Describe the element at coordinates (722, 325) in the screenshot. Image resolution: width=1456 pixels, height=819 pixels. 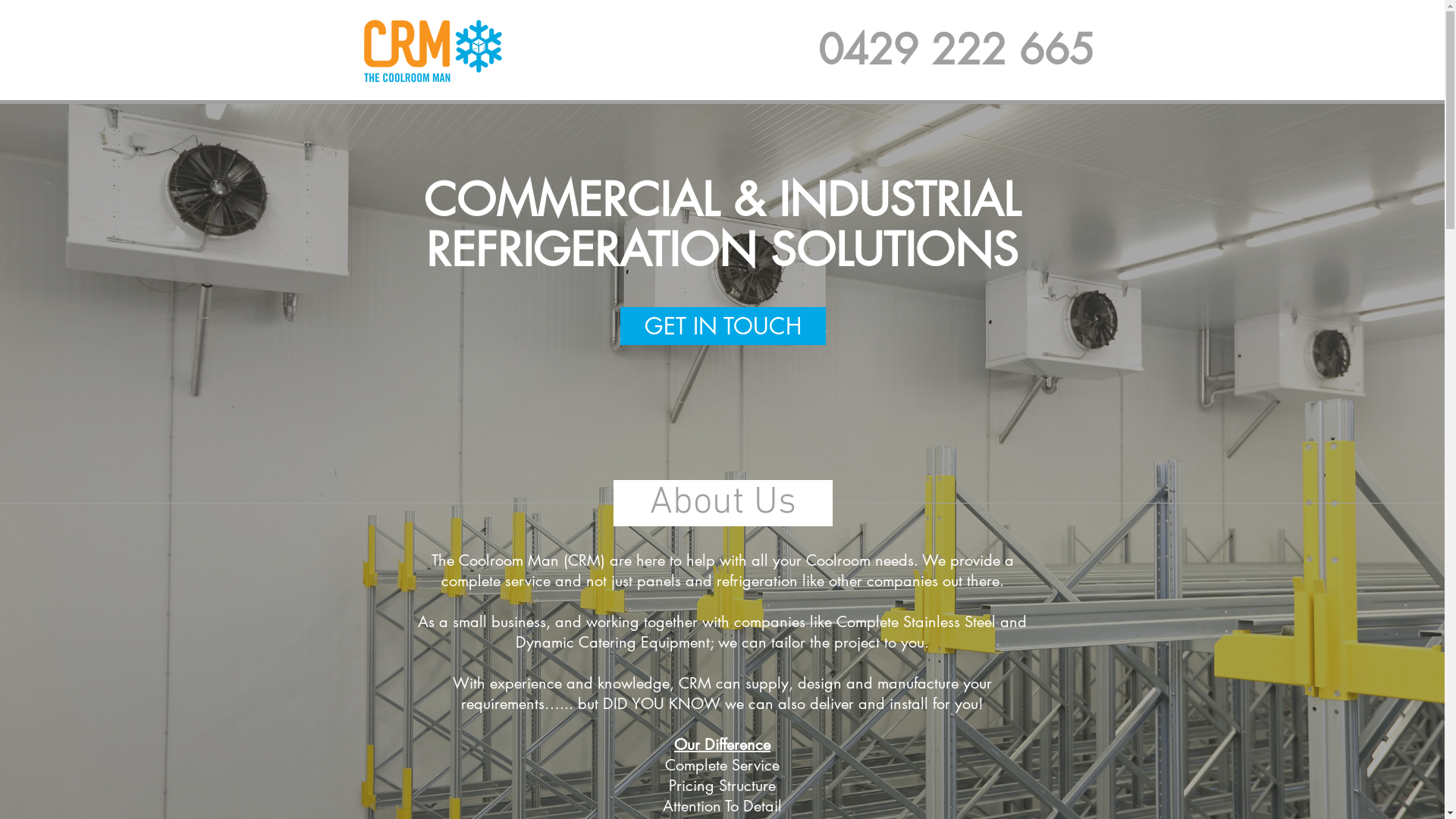
I see `'GET IN TOUCH'` at that location.